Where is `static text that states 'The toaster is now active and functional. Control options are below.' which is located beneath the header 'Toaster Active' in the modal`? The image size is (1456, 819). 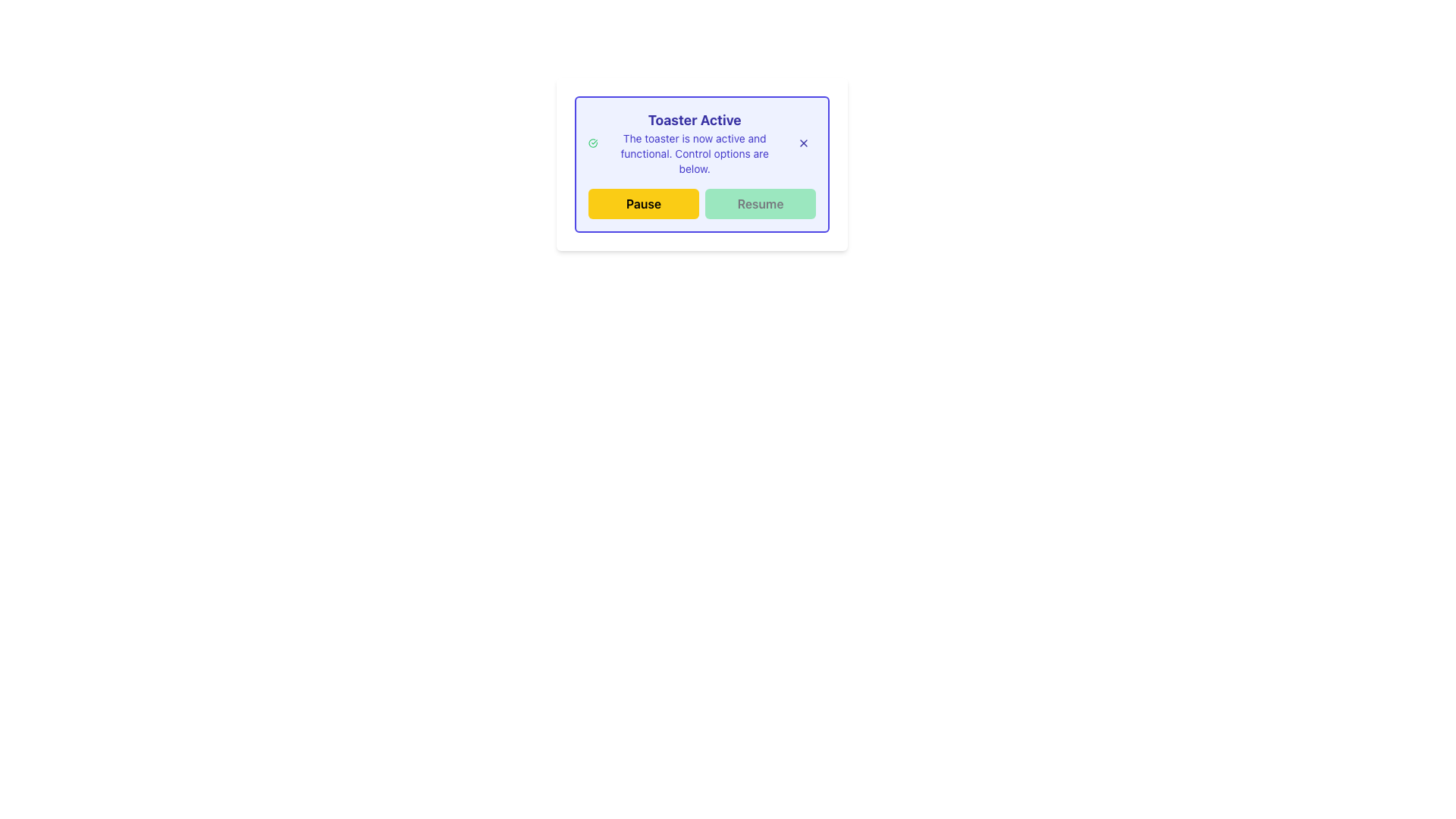 static text that states 'The toaster is now active and functional. Control options are below.' which is located beneath the header 'Toaster Active' in the modal is located at coordinates (694, 154).